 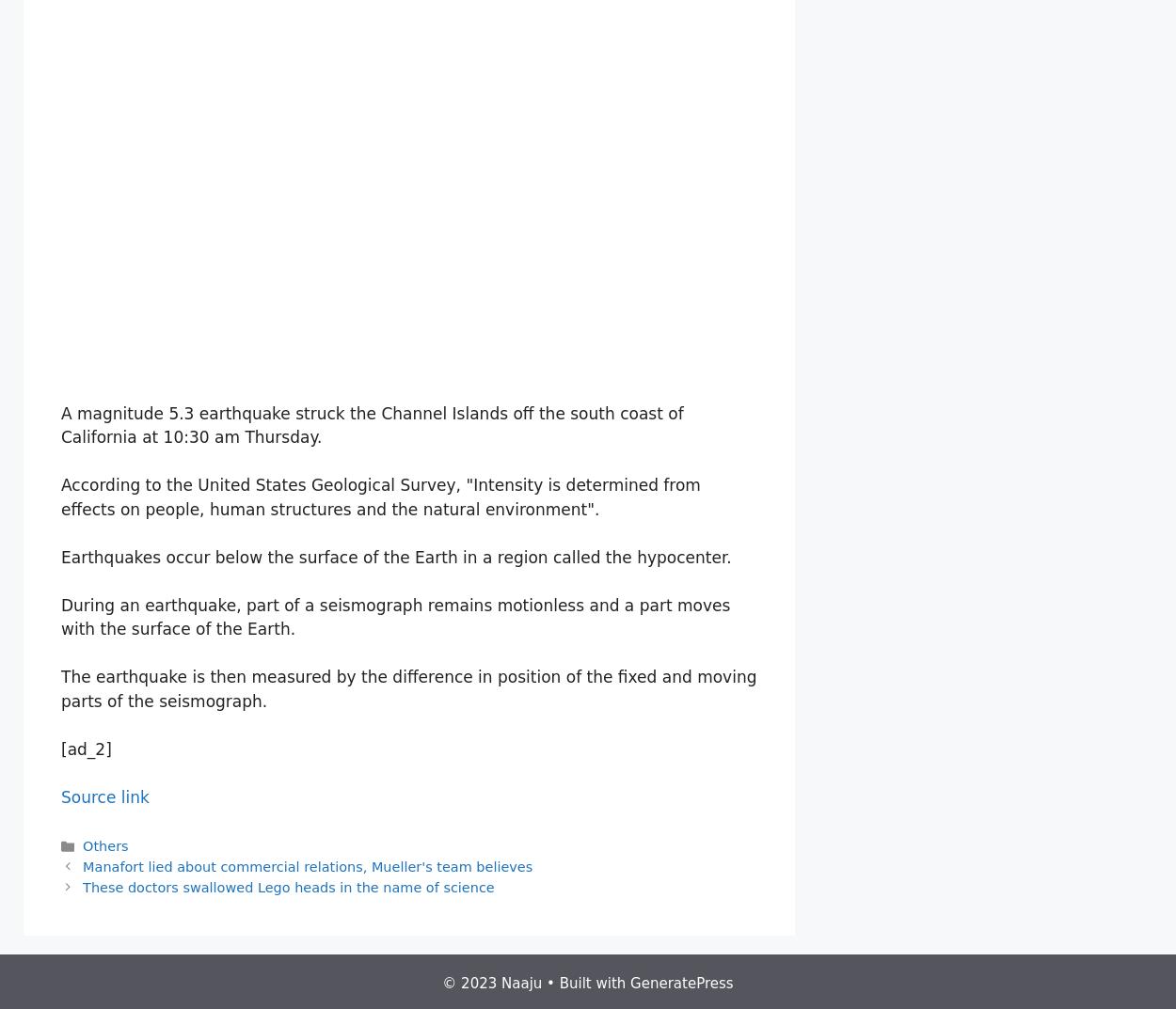 What do you see at coordinates (288, 886) in the screenshot?
I see `'These doctors swallowed Lego heads in the name of science'` at bounding box center [288, 886].